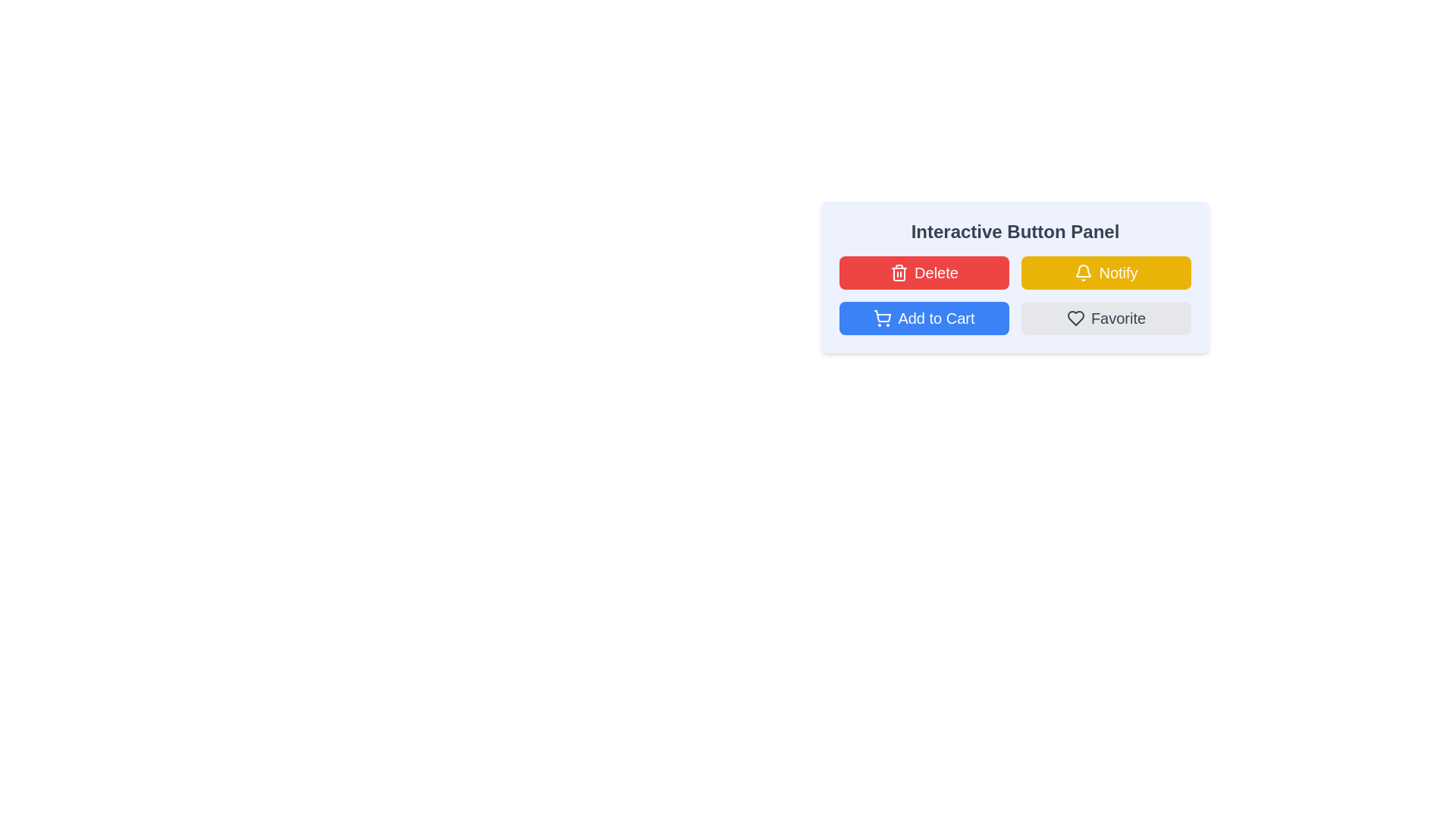 The image size is (1456, 819). Describe the element at coordinates (1015, 231) in the screenshot. I see `the descriptive label positioned above the grid of interactive buttons, which serves as a title for the button panel` at that location.